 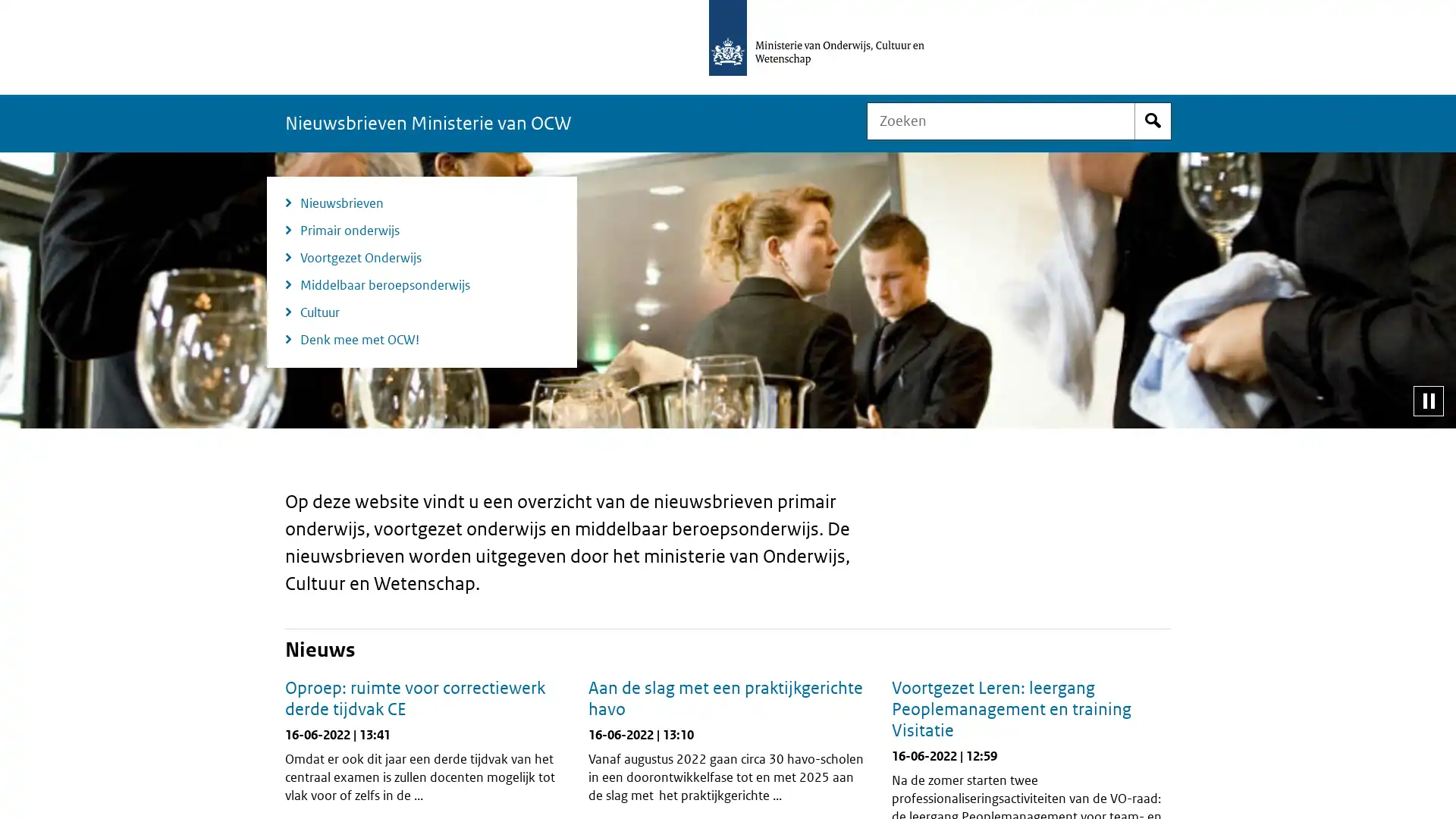 I want to click on Pauzeer diashow, so click(x=1427, y=400).